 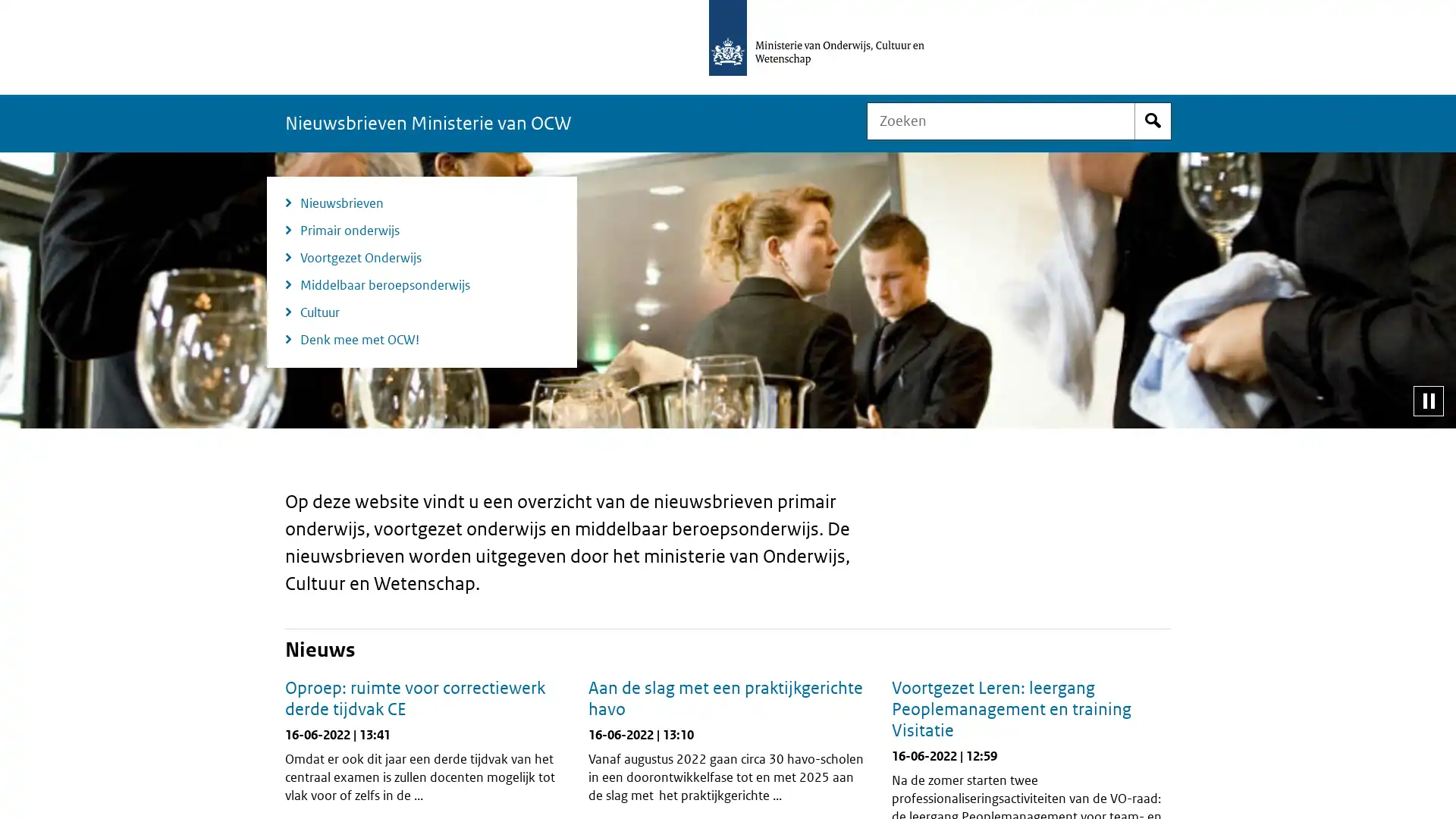 I want to click on Pauzeer diashow, so click(x=1427, y=400).